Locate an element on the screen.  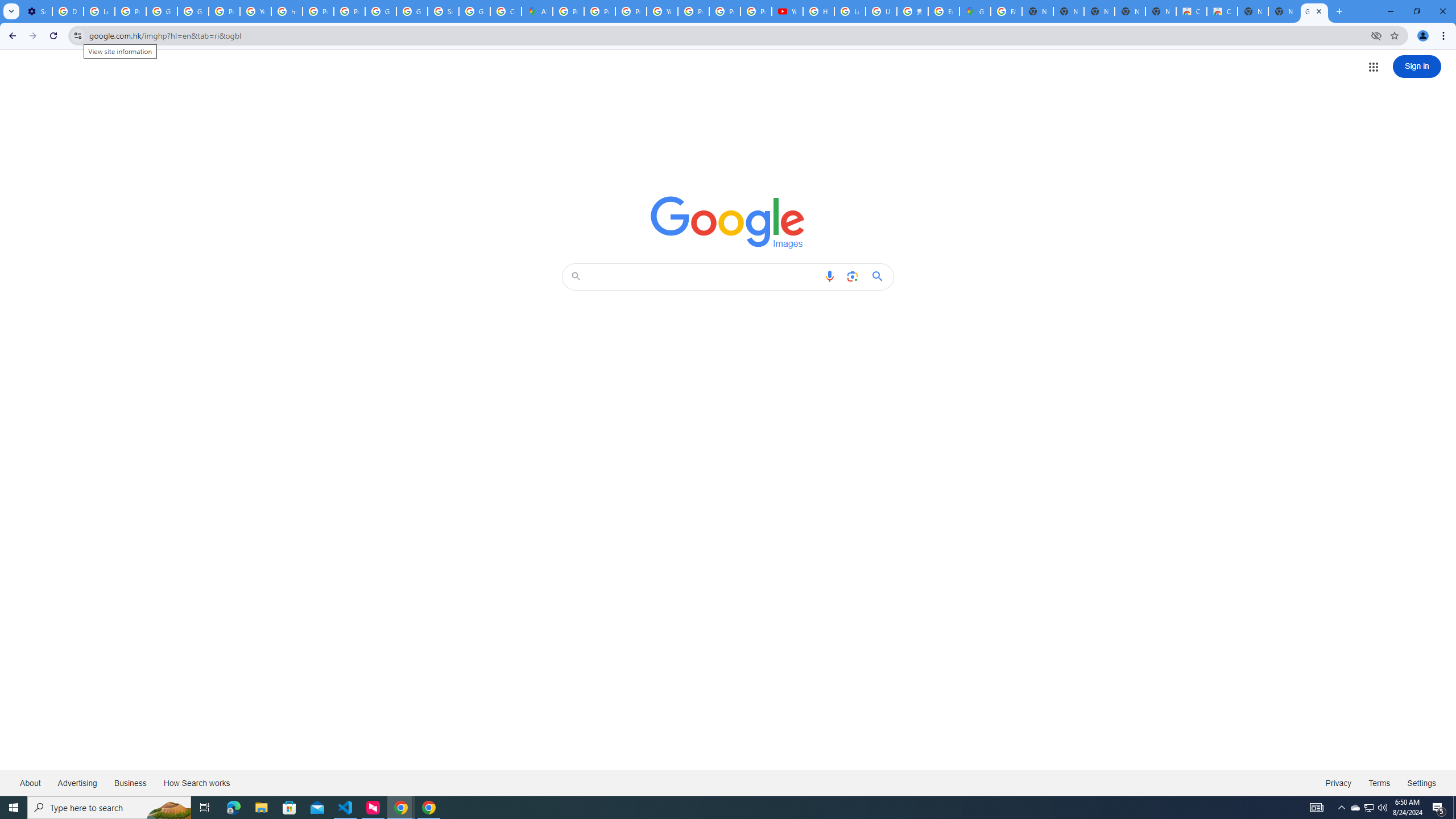
'Policy Accountability and Transparency - Transparency Center' is located at coordinates (568, 11).